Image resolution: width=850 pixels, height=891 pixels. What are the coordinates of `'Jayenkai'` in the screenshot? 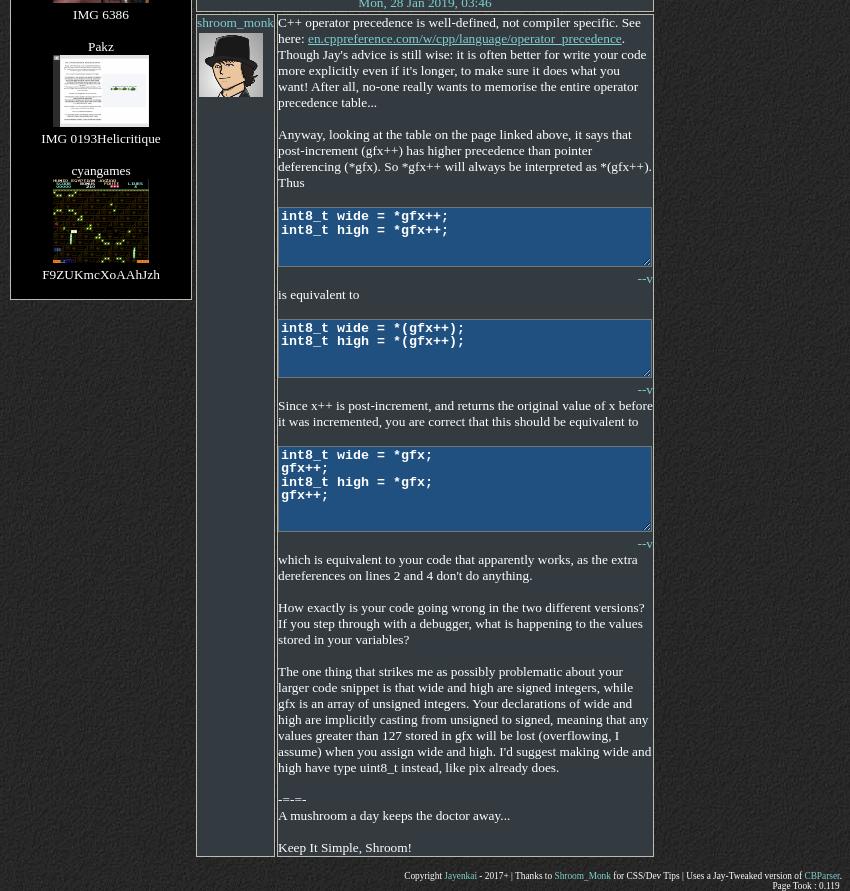 It's located at (459, 875).